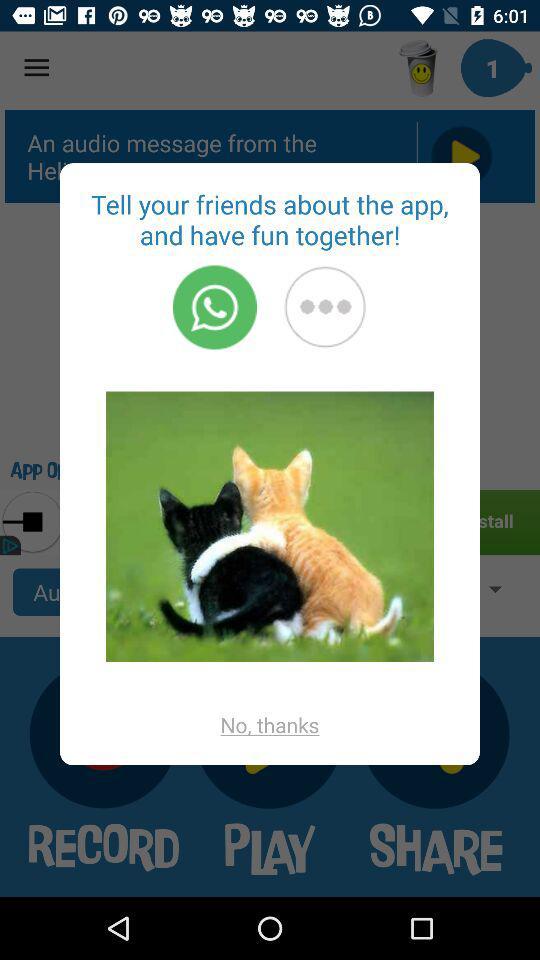 The width and height of the screenshot is (540, 960). What do you see at coordinates (213, 307) in the screenshot?
I see `open whatsapp` at bounding box center [213, 307].